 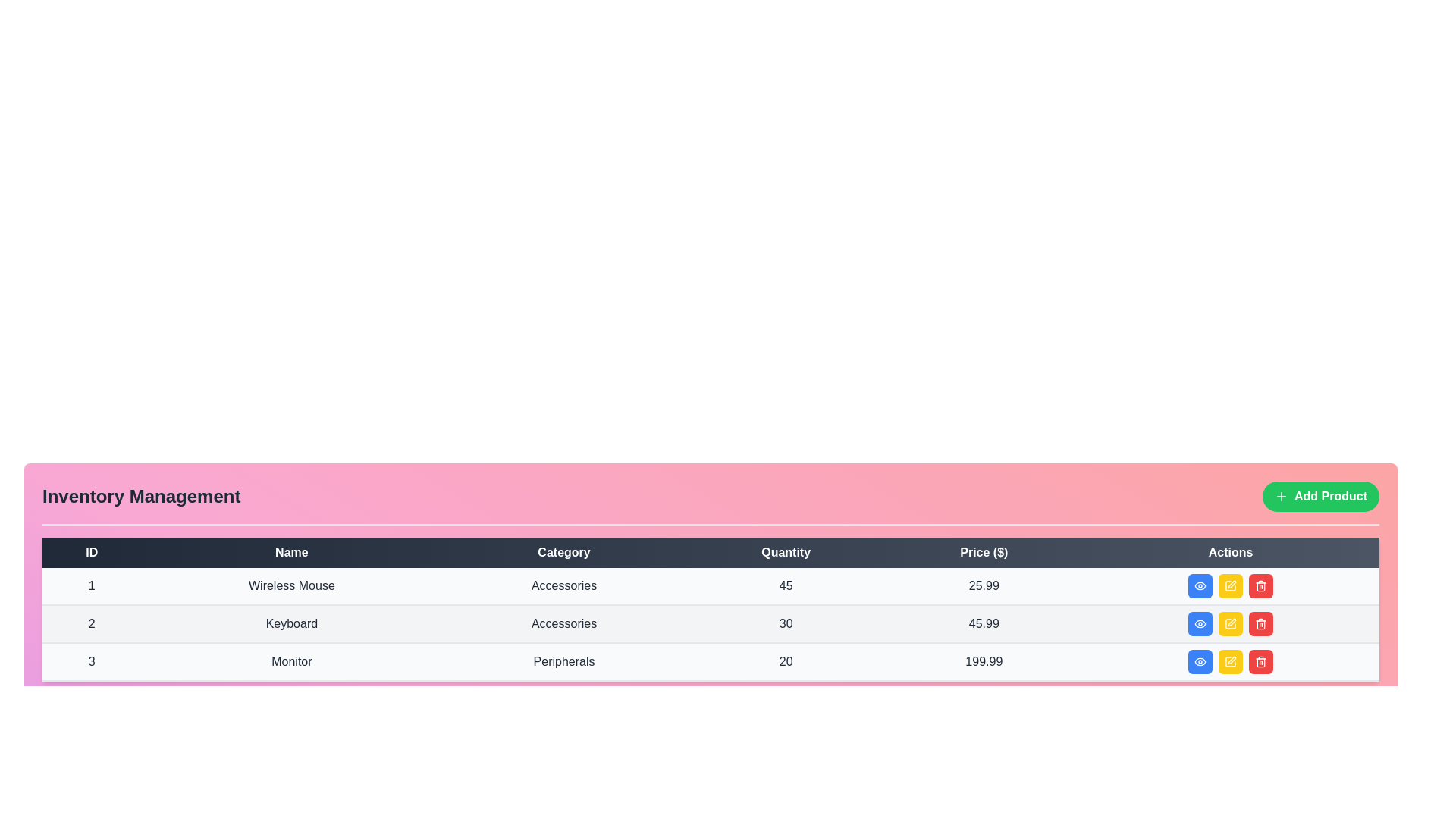 I want to click on the text '25.99' in the 'Price ($)' column of the first row for the product 'Wireless Mouse', so click(x=984, y=585).